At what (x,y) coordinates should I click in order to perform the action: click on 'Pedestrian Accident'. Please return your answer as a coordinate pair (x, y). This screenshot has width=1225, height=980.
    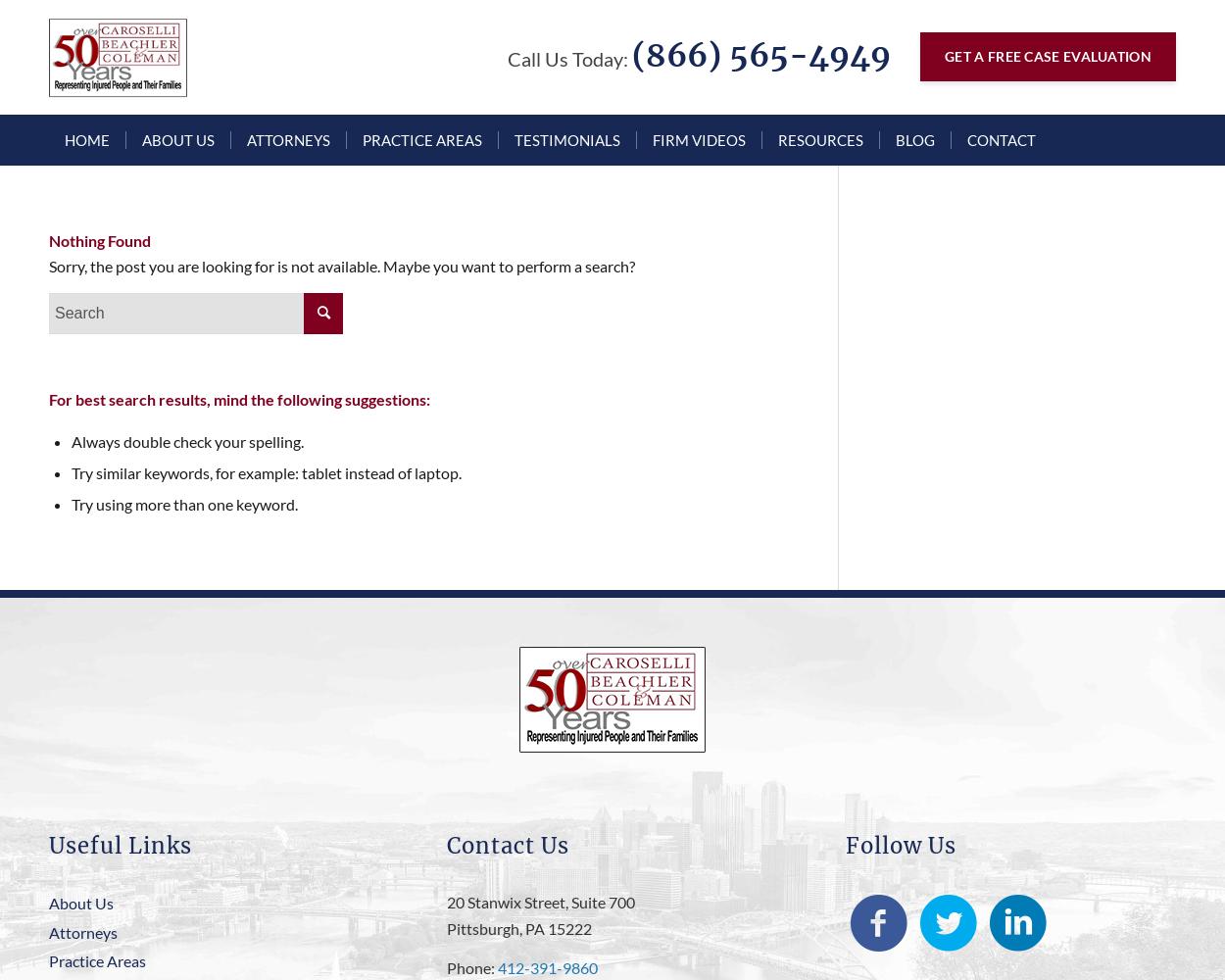
    Looking at the image, I should click on (647, 341).